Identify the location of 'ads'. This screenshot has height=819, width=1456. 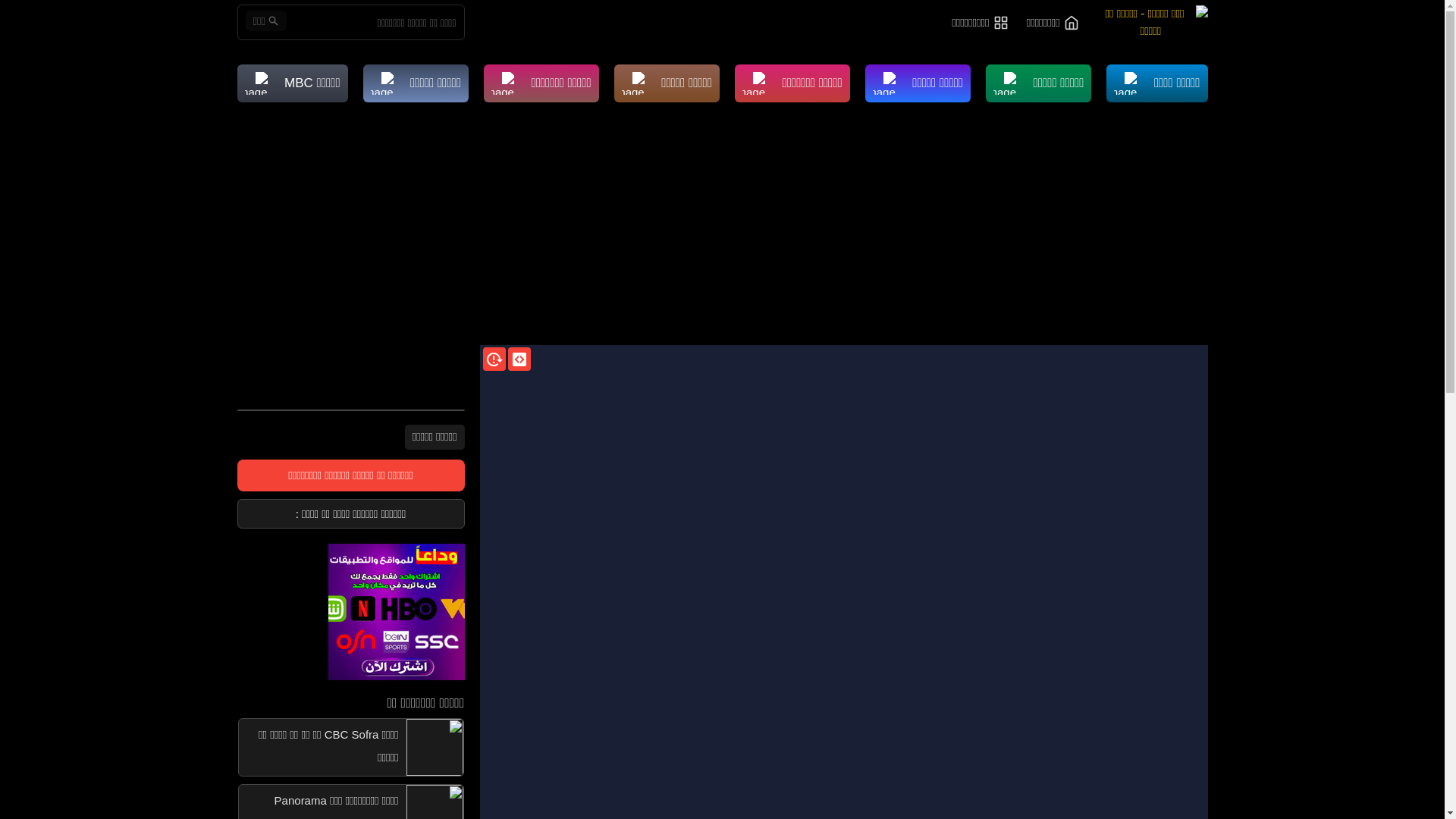
(396, 610).